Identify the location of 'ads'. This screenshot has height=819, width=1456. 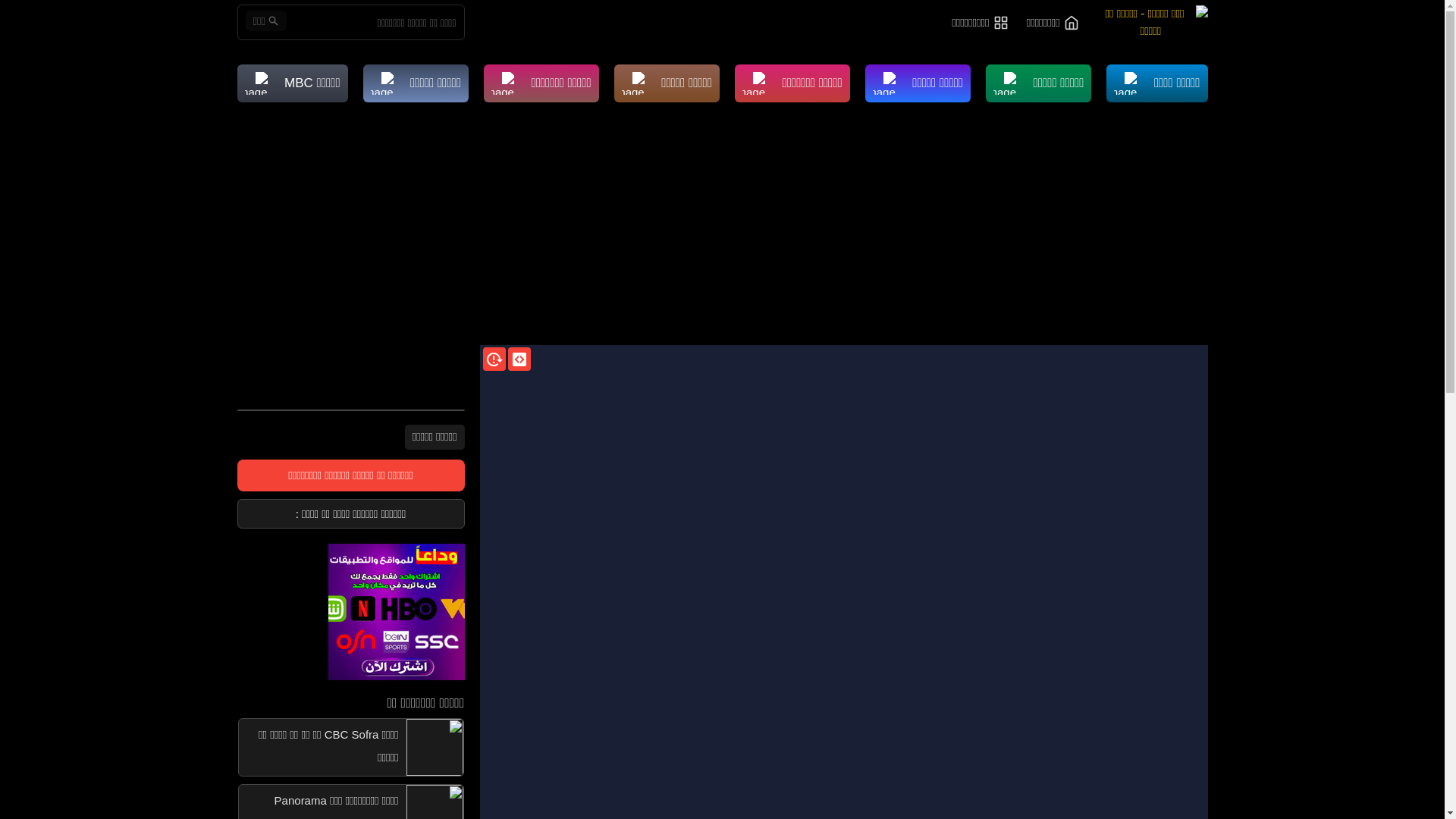
(396, 610).